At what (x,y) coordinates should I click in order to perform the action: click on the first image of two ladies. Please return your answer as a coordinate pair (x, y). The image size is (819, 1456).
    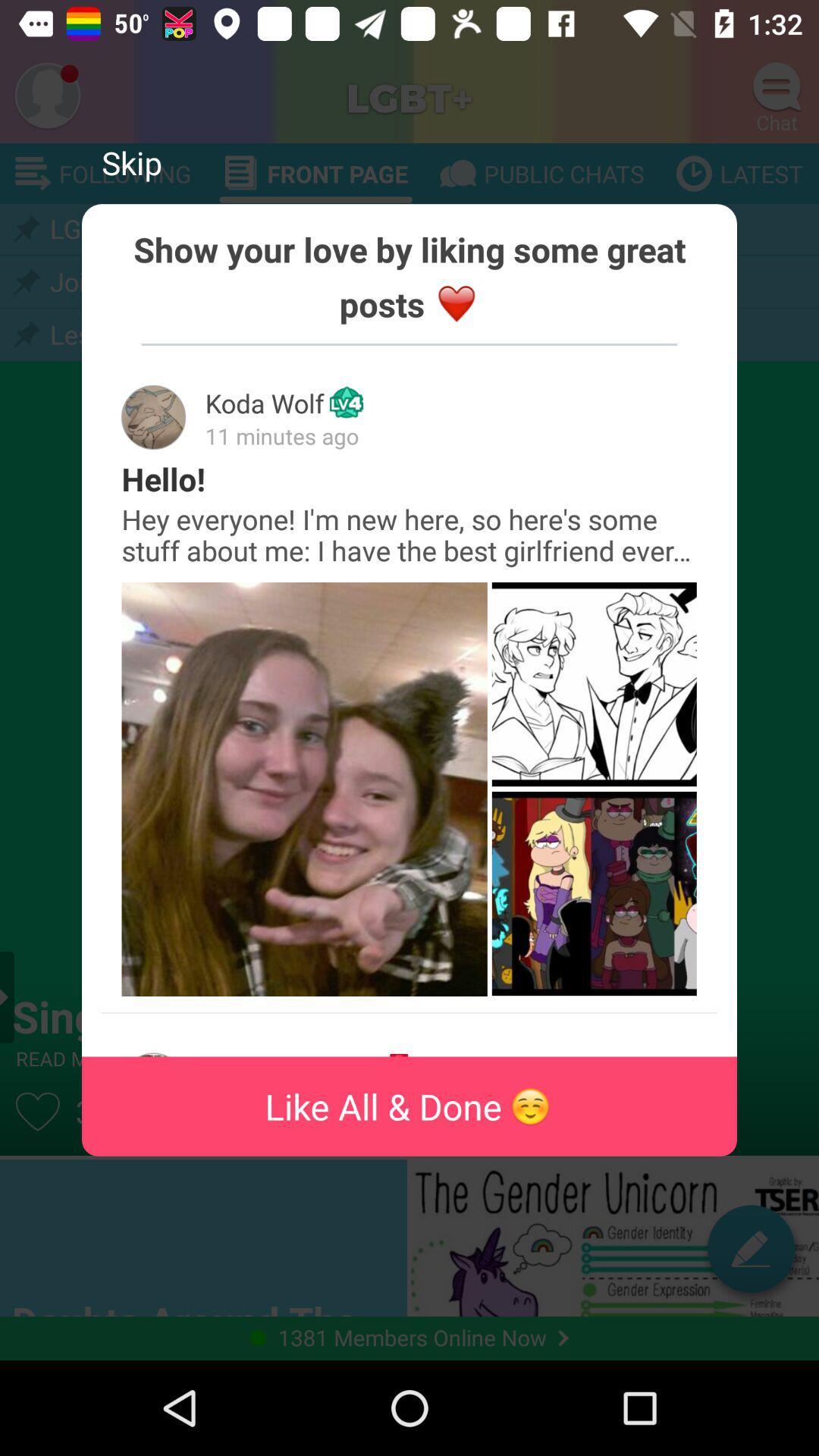
    Looking at the image, I should click on (304, 789).